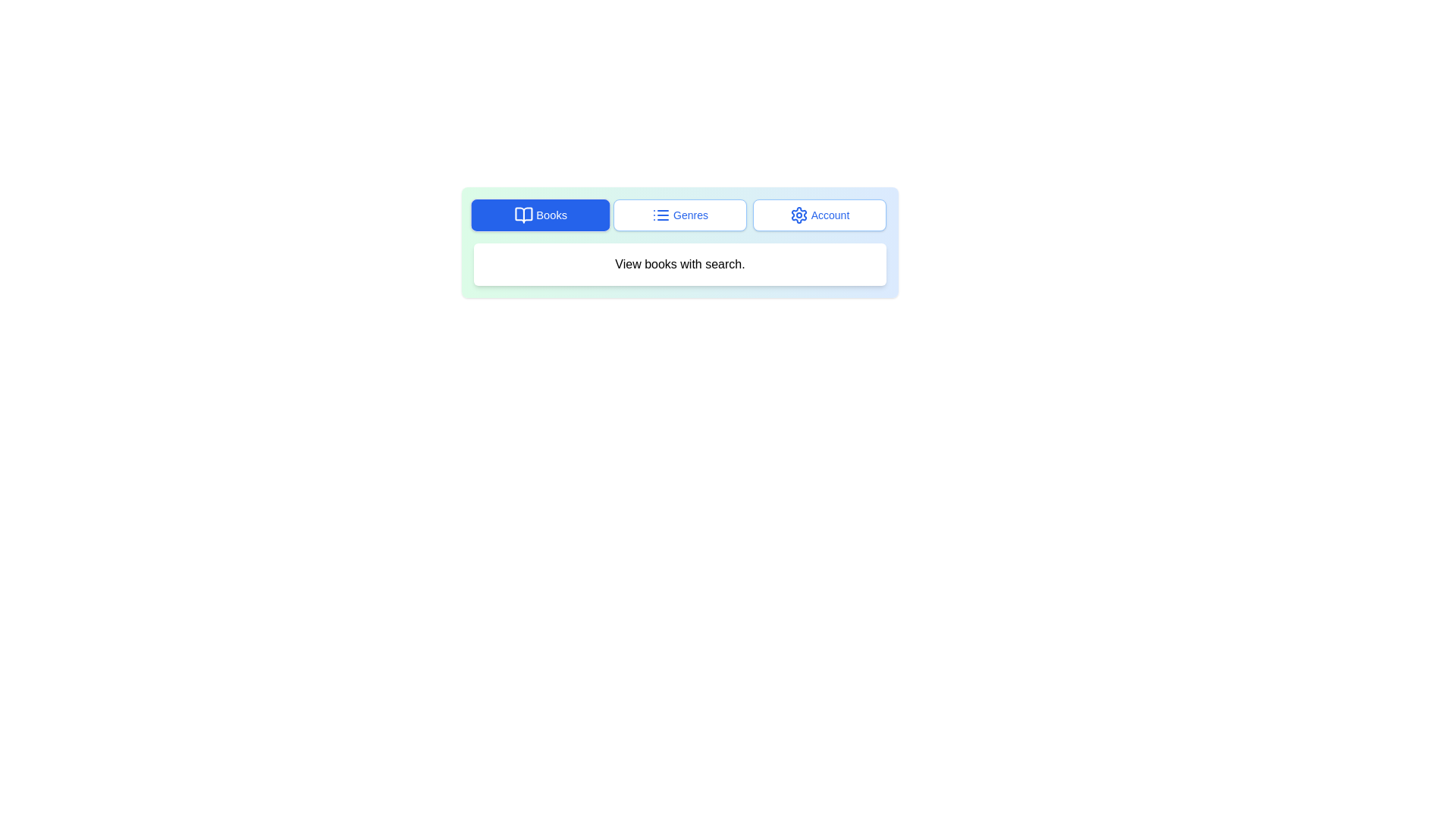 This screenshot has height=819, width=1456. Describe the element at coordinates (541, 215) in the screenshot. I see `the blue rectangular button labeled 'Books'` at that location.